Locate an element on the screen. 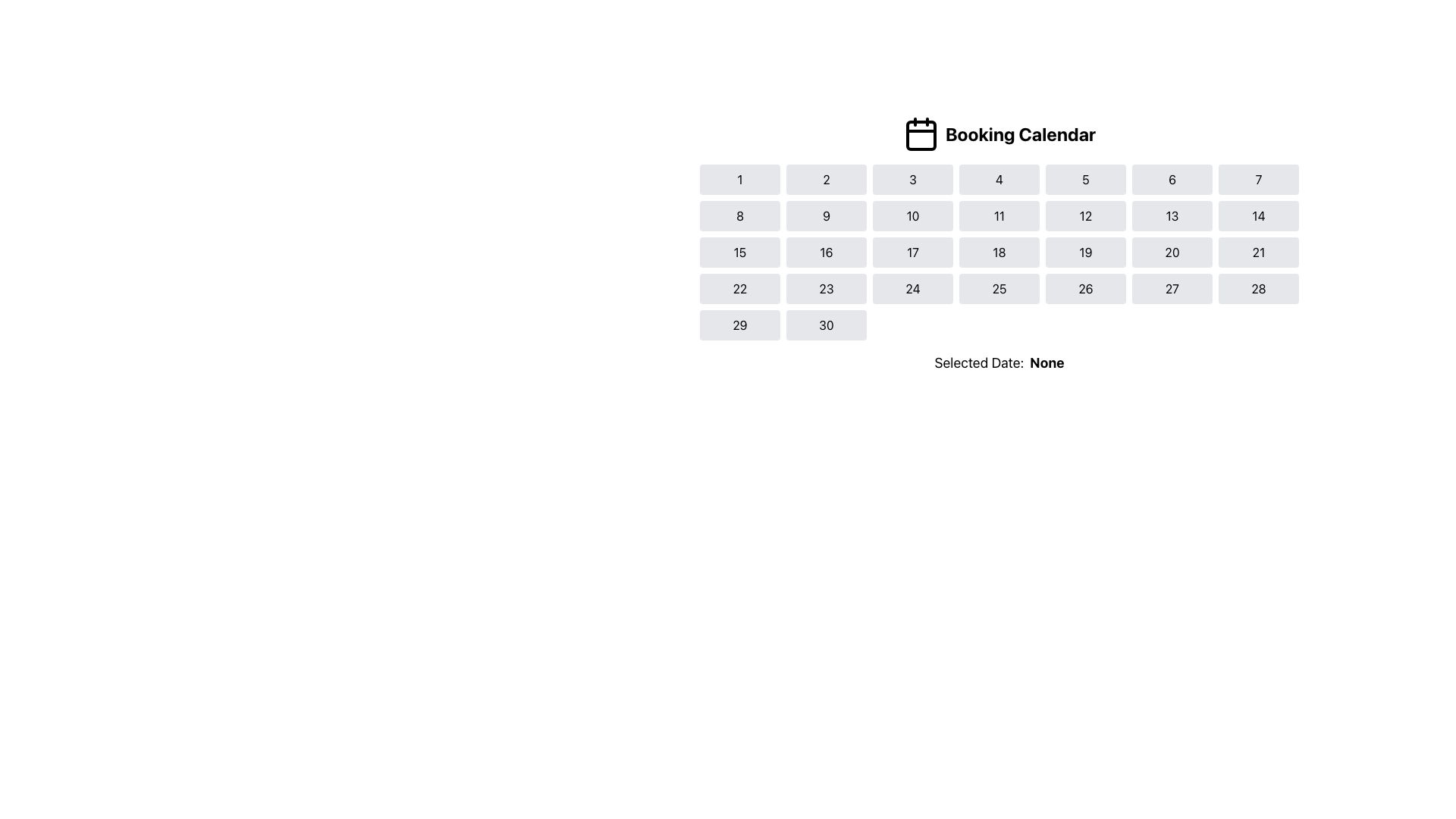  the button labeled '2', which is a light gray rectangular button with rounded edges, displaying the number '2' in bold black font, located under the 'Booking Calendar' label is located at coordinates (825, 178).